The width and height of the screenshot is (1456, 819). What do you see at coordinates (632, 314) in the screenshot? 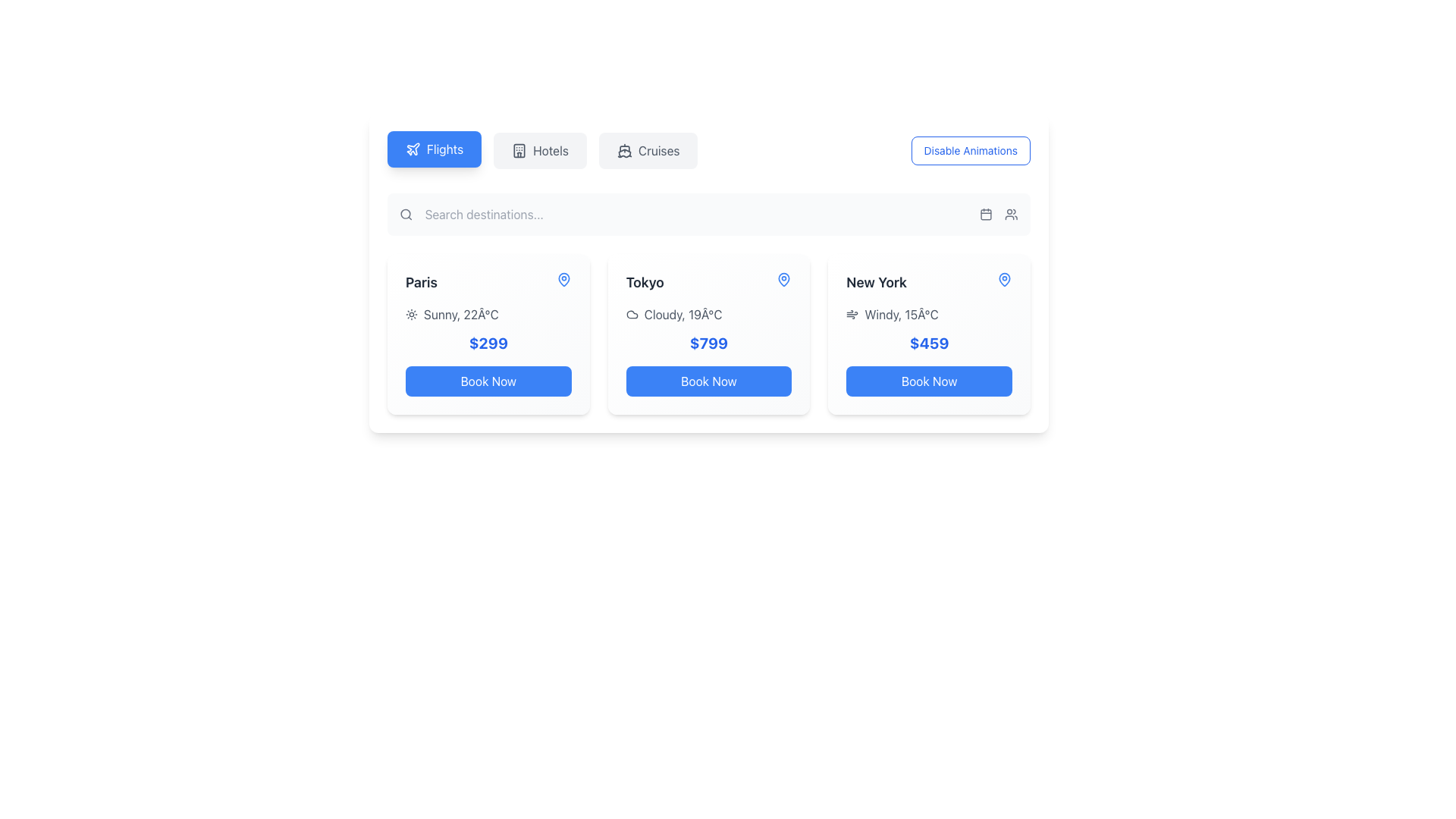
I see `the weather condition icon representing 'Cloudy' for Tokyo, which is positioned before the text 'Cloudy, 19°C'` at bounding box center [632, 314].